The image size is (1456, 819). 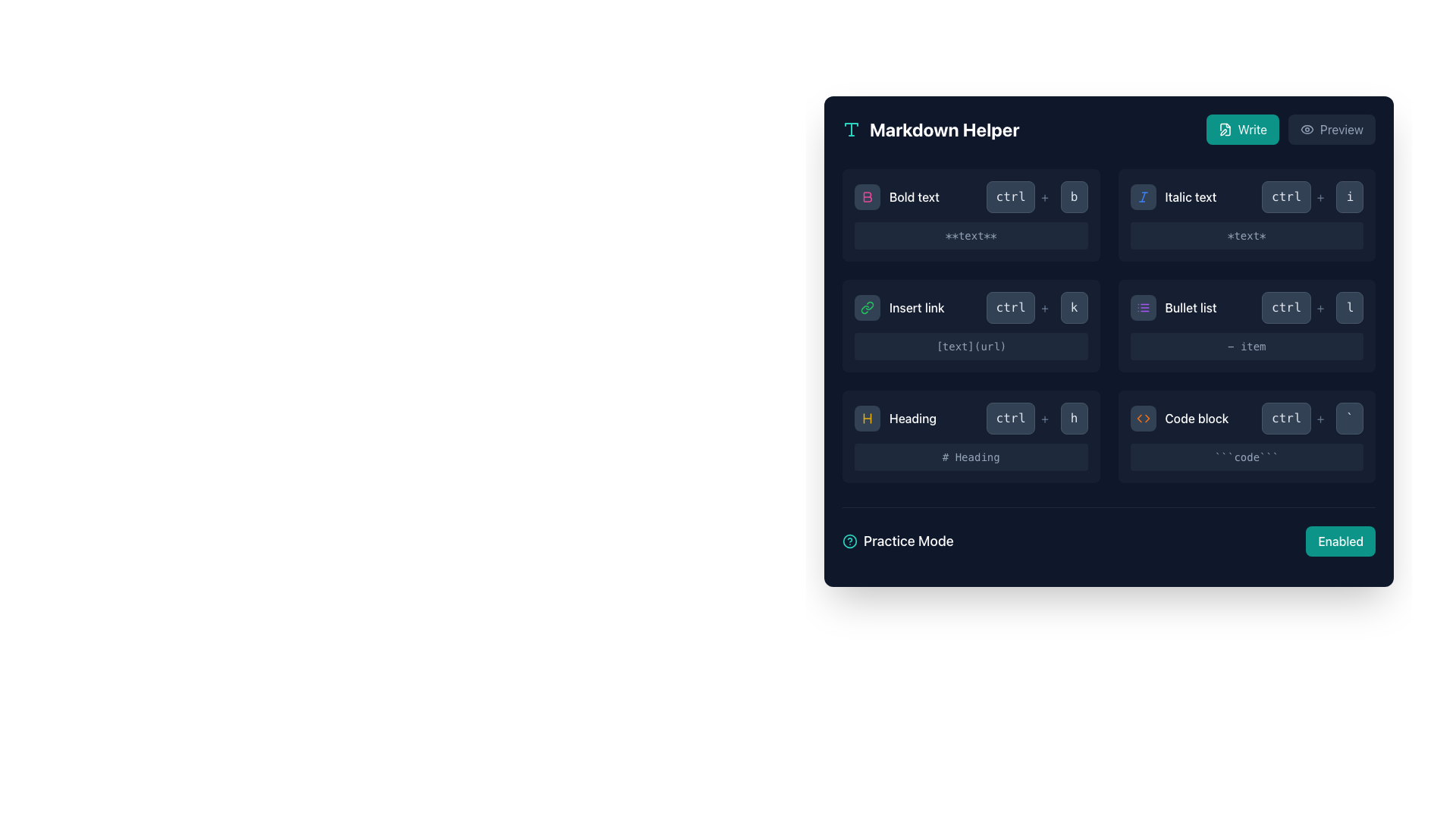 I want to click on the 'ctrl' key button, which represents part of the keyboard shortcut for bold formatting, located at the top left area of the Markdown Helper interface, so click(x=1020, y=196).